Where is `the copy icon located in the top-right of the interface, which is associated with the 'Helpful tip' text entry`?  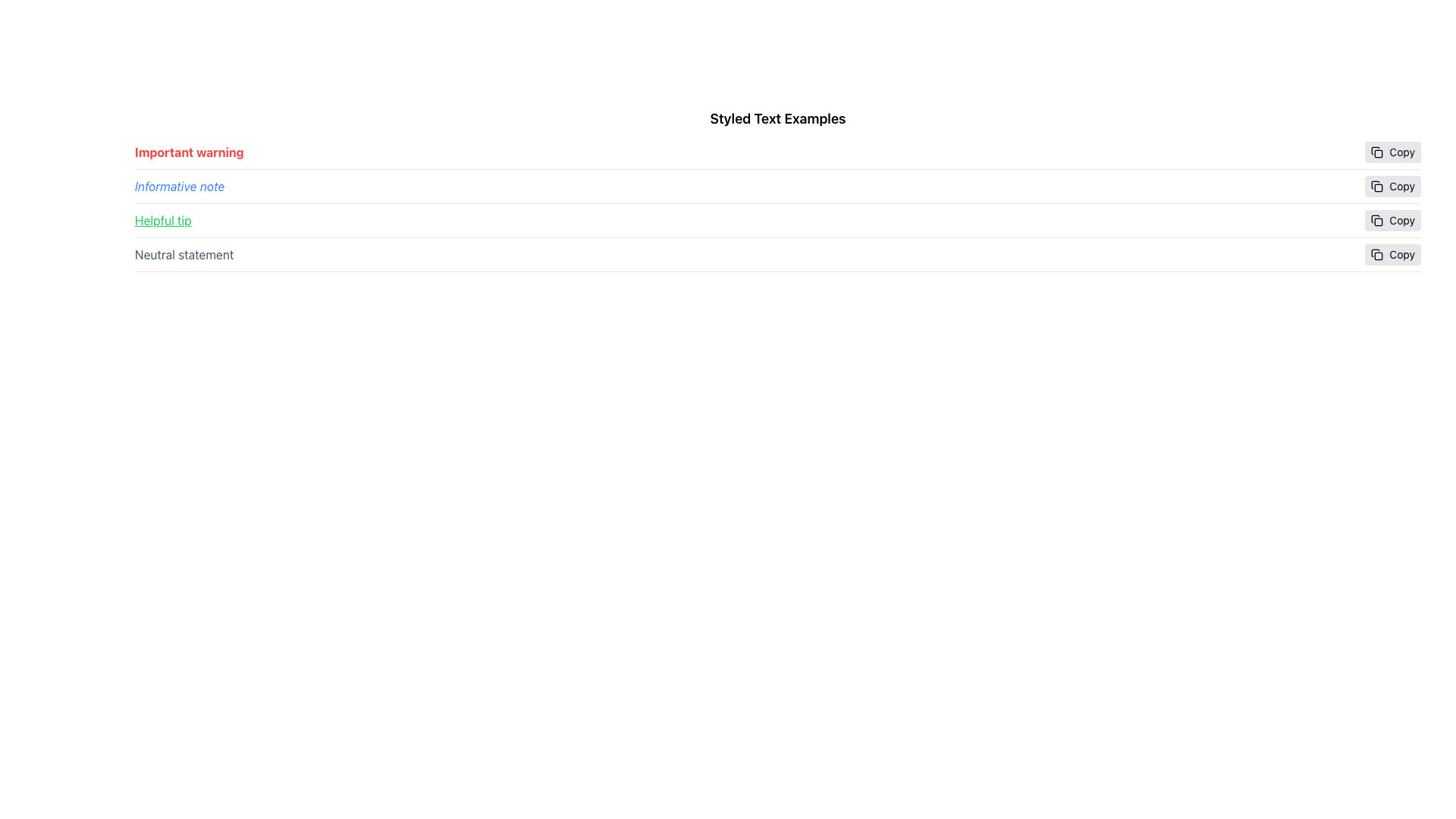
the copy icon located in the top-right of the interface, which is associated with the 'Helpful tip' text entry is located at coordinates (1379, 187).